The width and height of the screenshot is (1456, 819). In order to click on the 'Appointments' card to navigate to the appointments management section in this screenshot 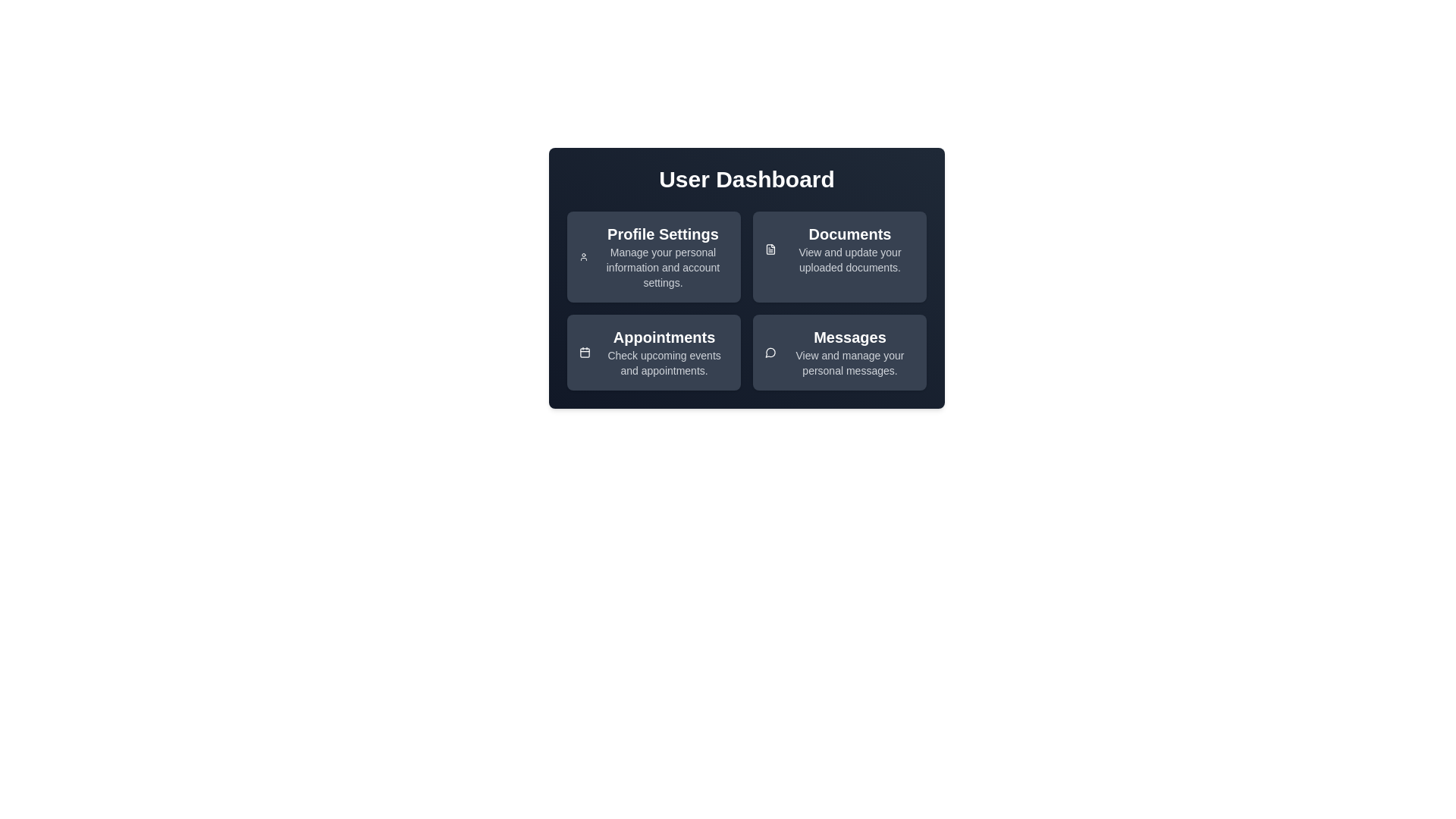, I will do `click(654, 353)`.